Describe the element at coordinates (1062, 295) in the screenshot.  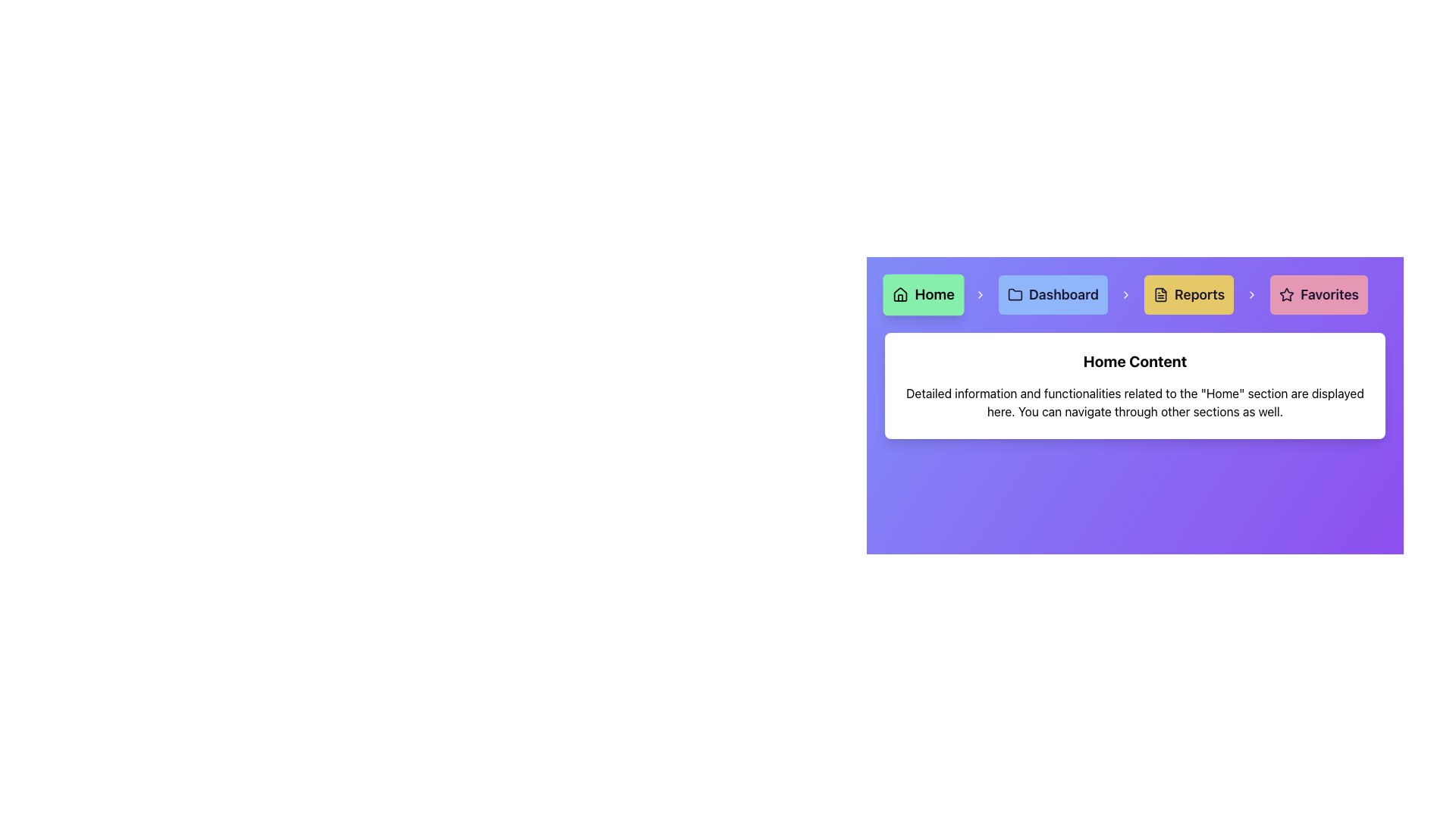
I see `the 'Dashboard' navigation item text label, which is the second item in the navigation options, located between the 'Home' and 'Reports' options` at that location.